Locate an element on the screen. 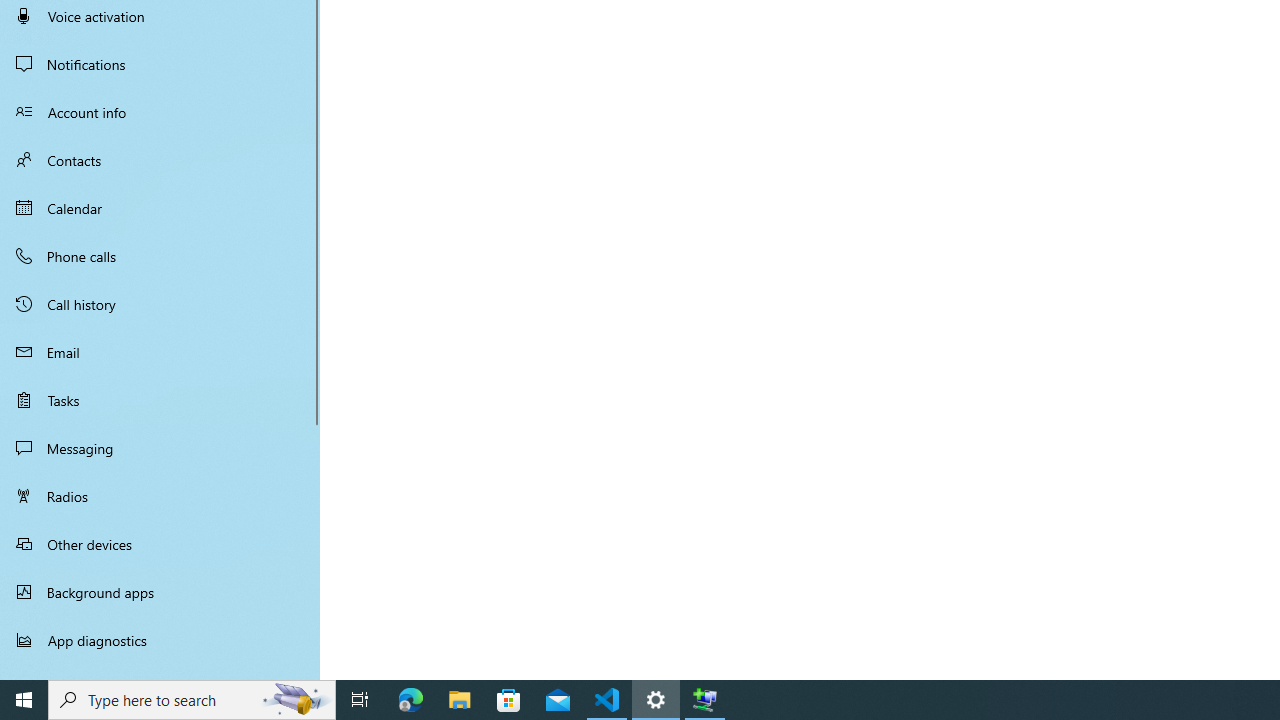  'Tasks' is located at coordinates (160, 399).